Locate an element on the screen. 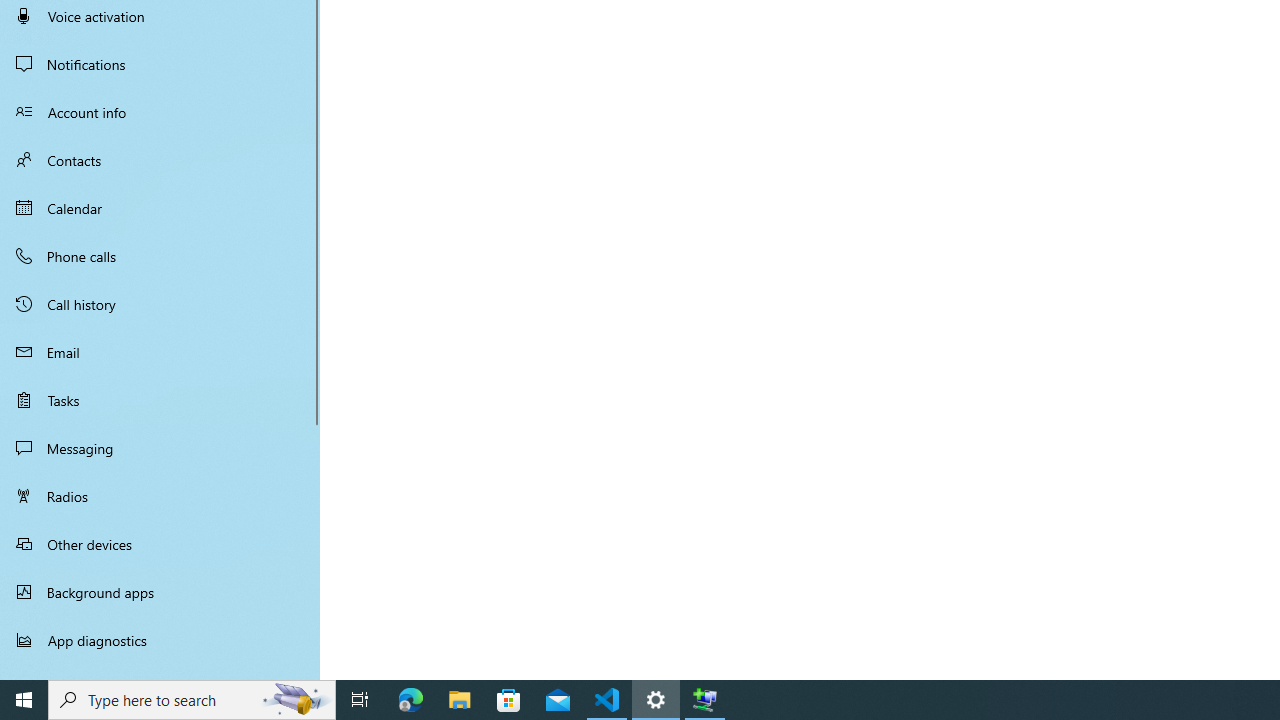  'Tasks' is located at coordinates (160, 399).